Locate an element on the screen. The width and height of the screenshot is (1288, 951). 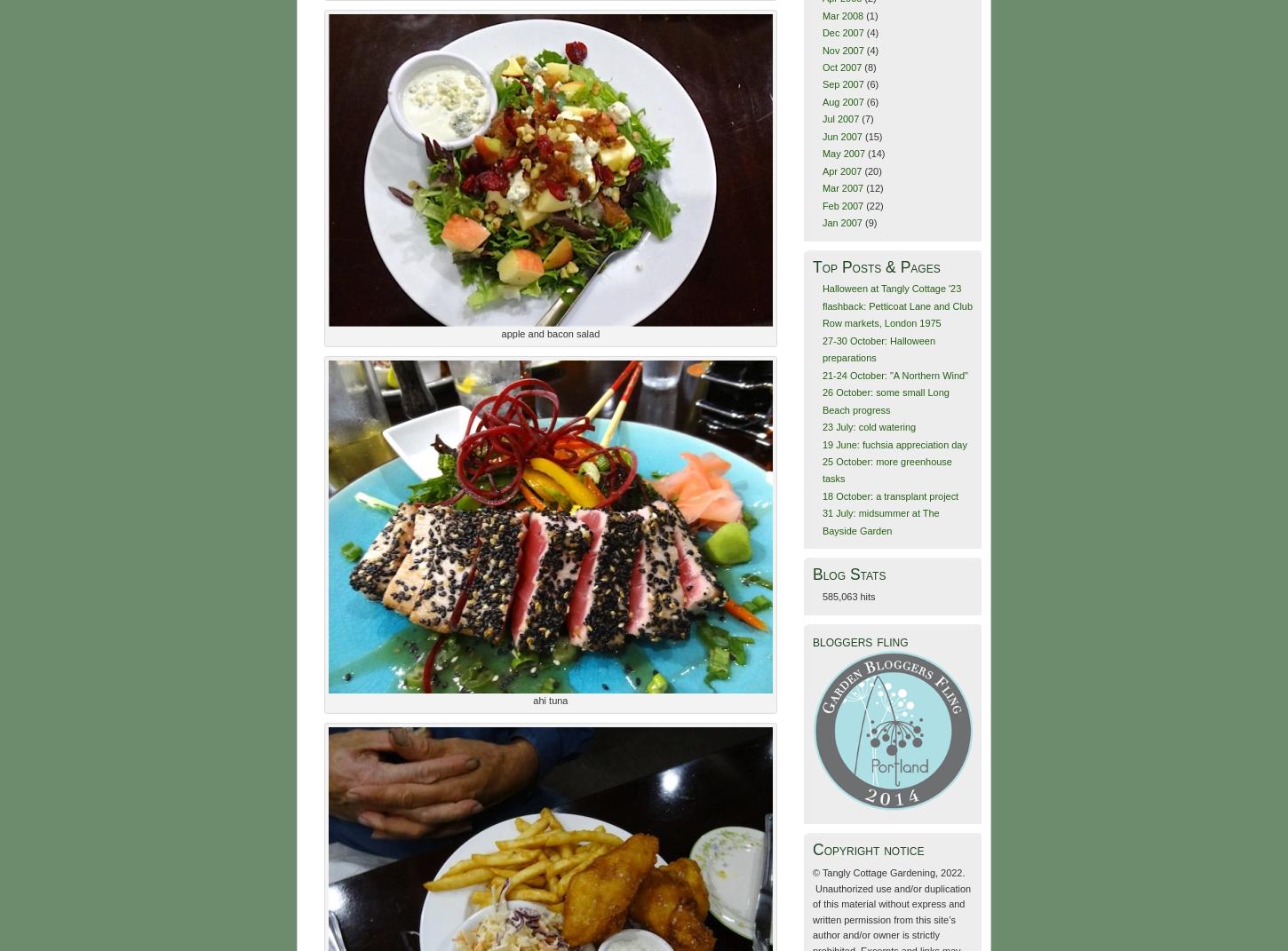
'23 July: cold watering' is located at coordinates (869, 425).